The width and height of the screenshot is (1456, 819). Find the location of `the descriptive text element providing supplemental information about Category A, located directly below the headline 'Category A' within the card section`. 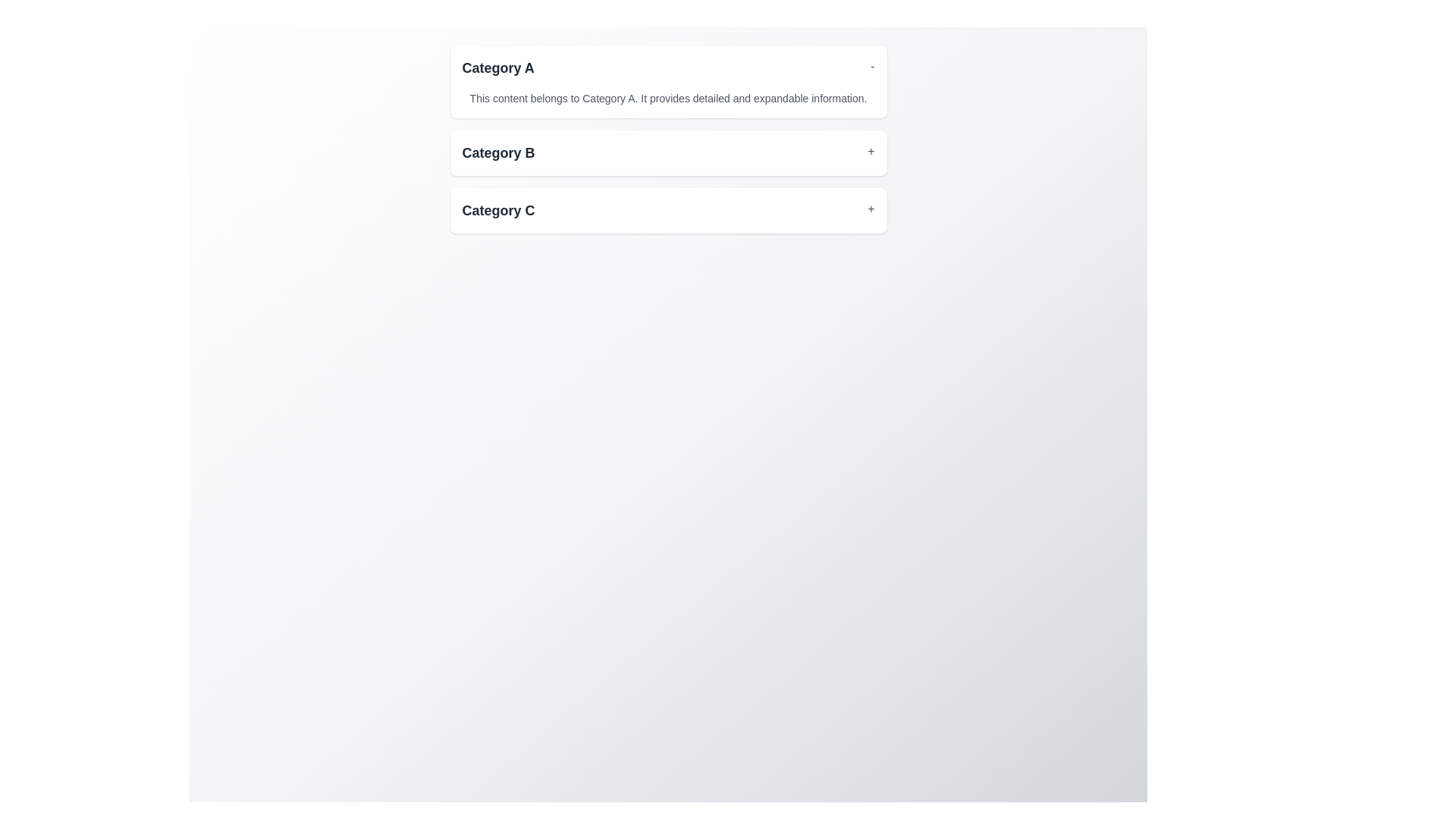

the descriptive text element providing supplemental information about Category A, located directly below the headline 'Category A' within the card section is located at coordinates (667, 93).